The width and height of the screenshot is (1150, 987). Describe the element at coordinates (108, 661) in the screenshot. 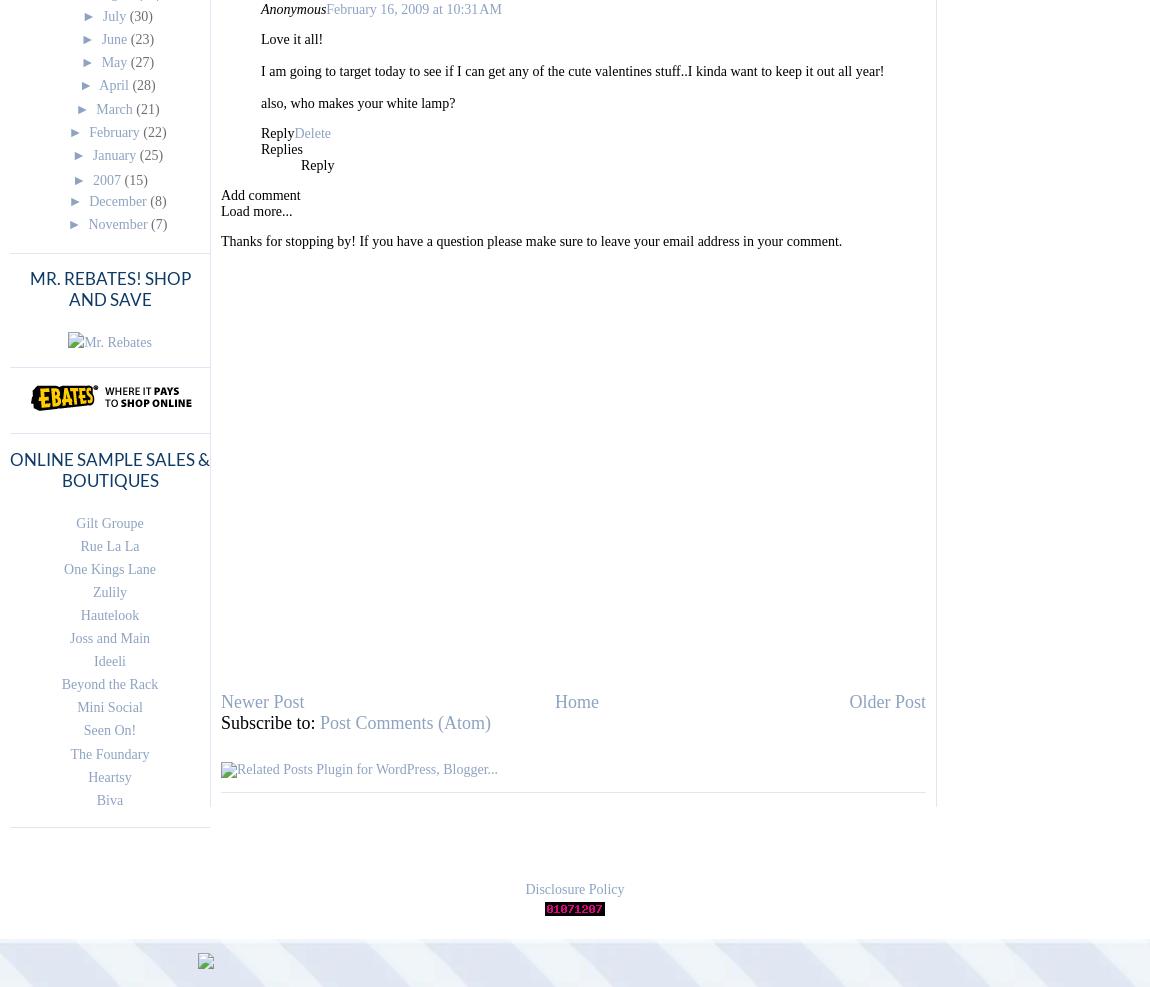

I see `'Ideeli'` at that location.